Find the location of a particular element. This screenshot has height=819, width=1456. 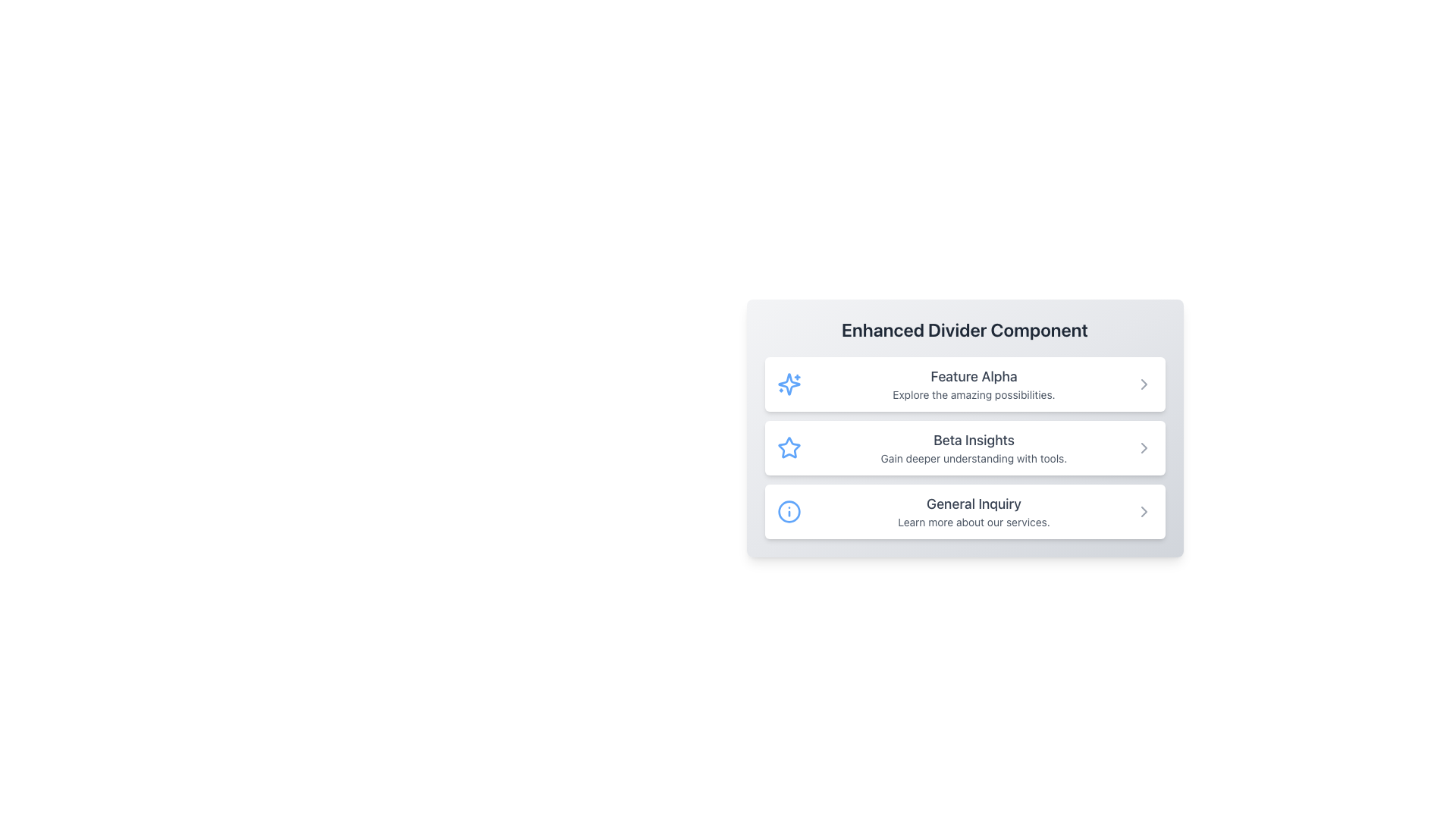

the chevron icon located at the right edge of the 'Feature Alpha' card is located at coordinates (1144, 383).